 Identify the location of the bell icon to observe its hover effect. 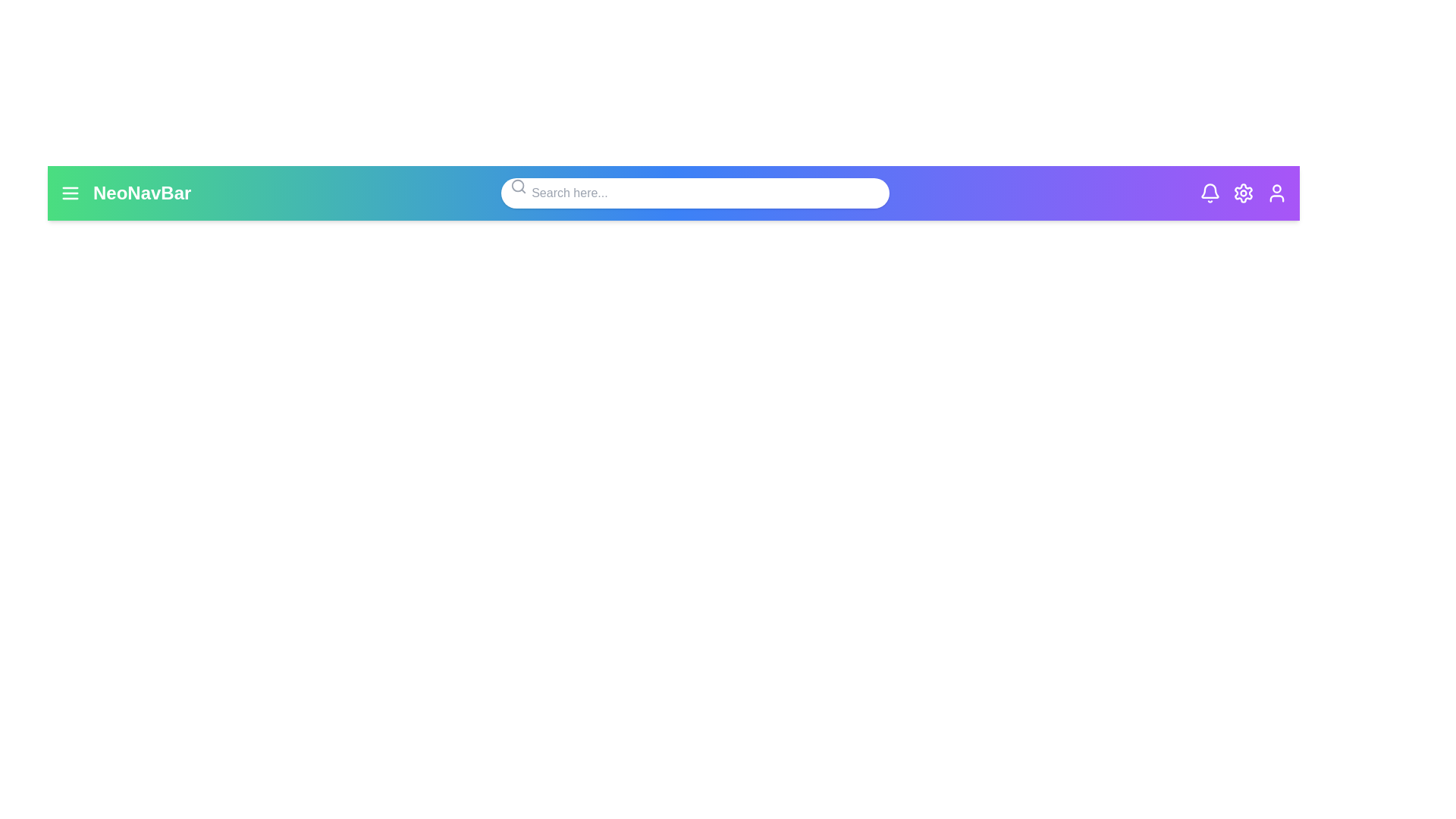
(1209, 192).